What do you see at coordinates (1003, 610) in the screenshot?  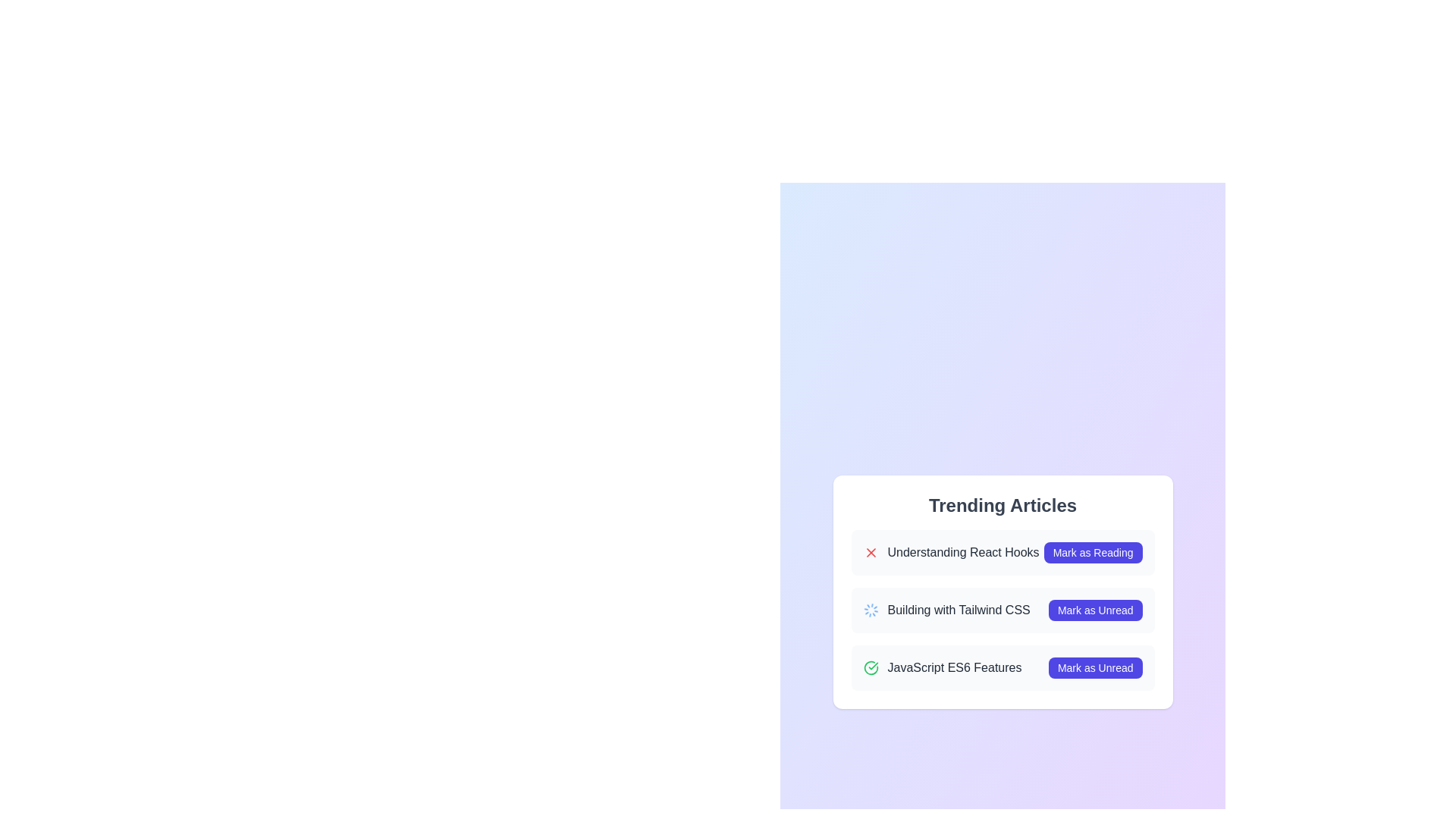 I see `title text of the second item in the 'Trending Articles' list, which includes a label, an icon, and an action button to mark the article as unread` at bounding box center [1003, 610].